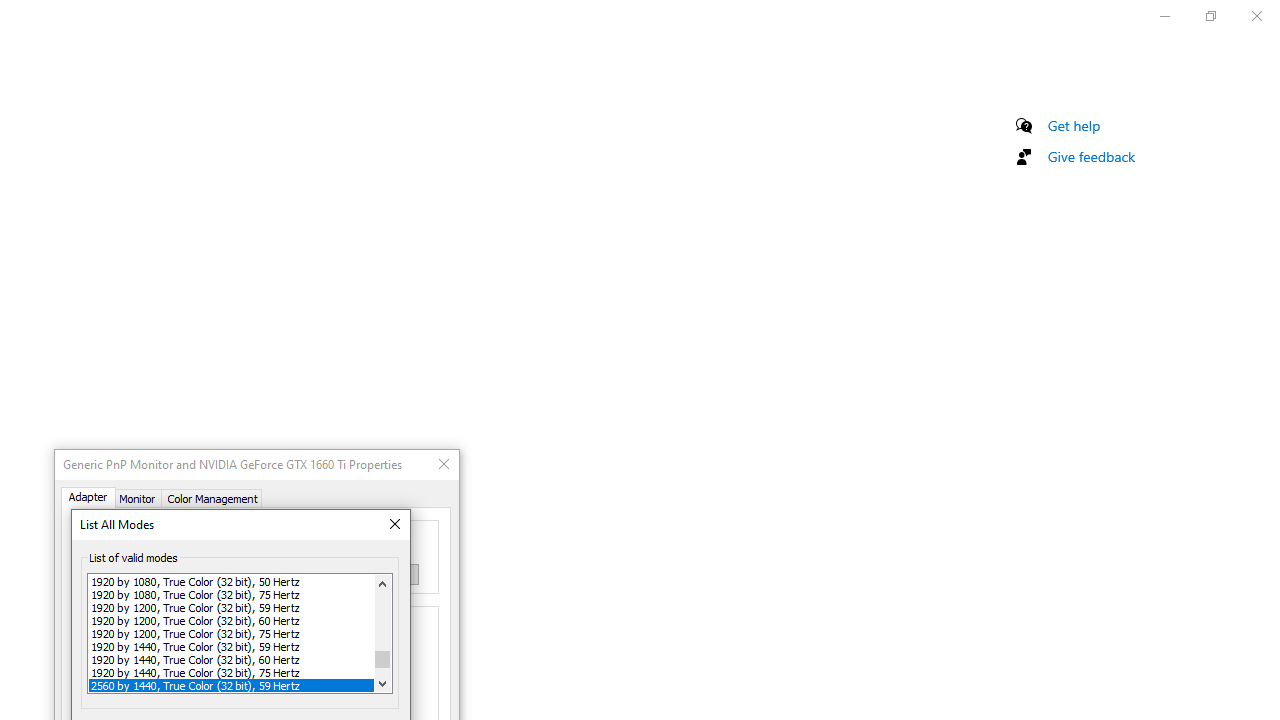  I want to click on '1920 by 1080, True Color (32 bit), 50 Hertz', so click(231, 581).